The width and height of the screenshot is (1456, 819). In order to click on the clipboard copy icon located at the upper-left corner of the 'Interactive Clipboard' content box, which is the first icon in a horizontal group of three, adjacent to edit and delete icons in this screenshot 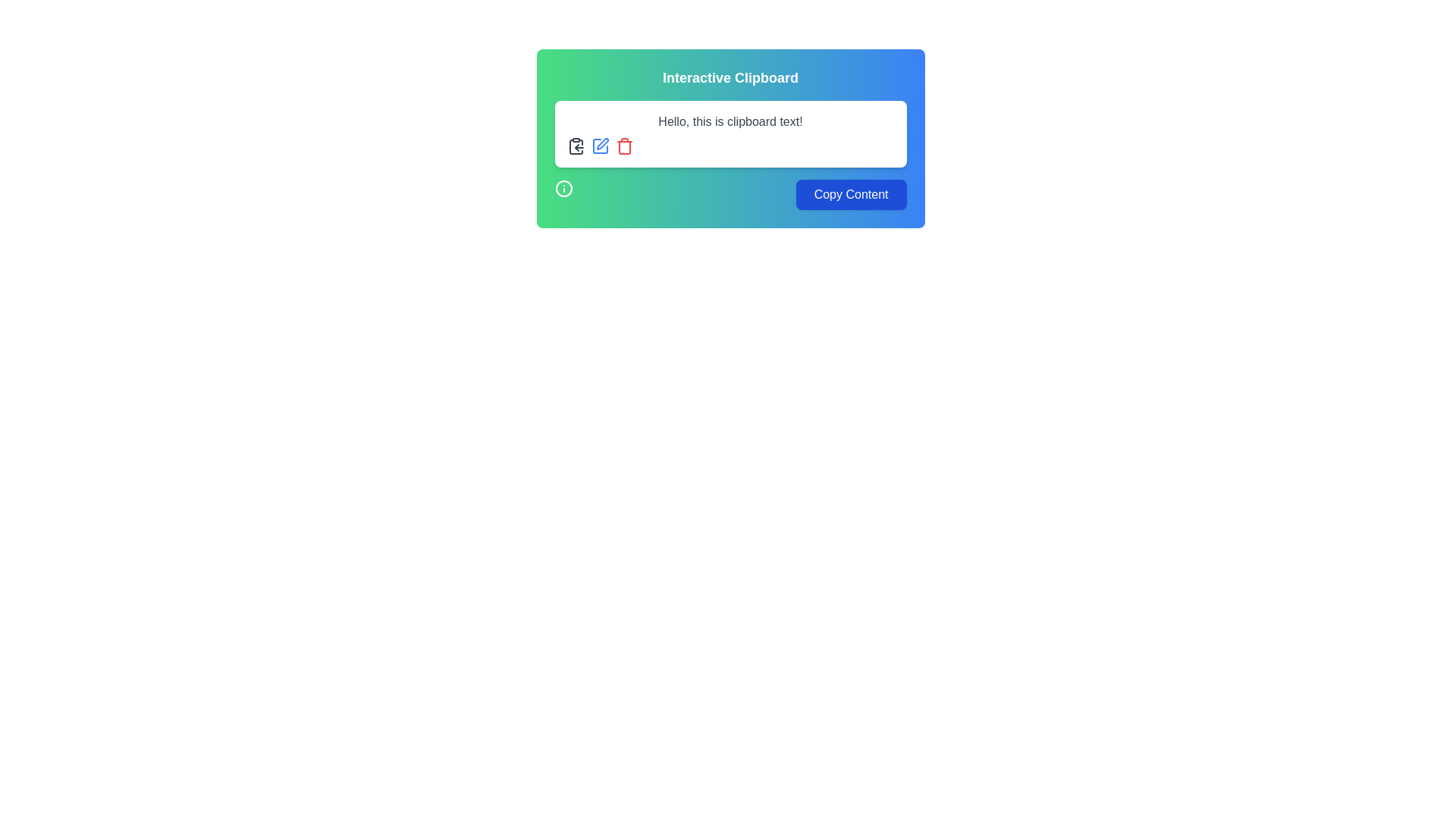, I will do `click(575, 146)`.